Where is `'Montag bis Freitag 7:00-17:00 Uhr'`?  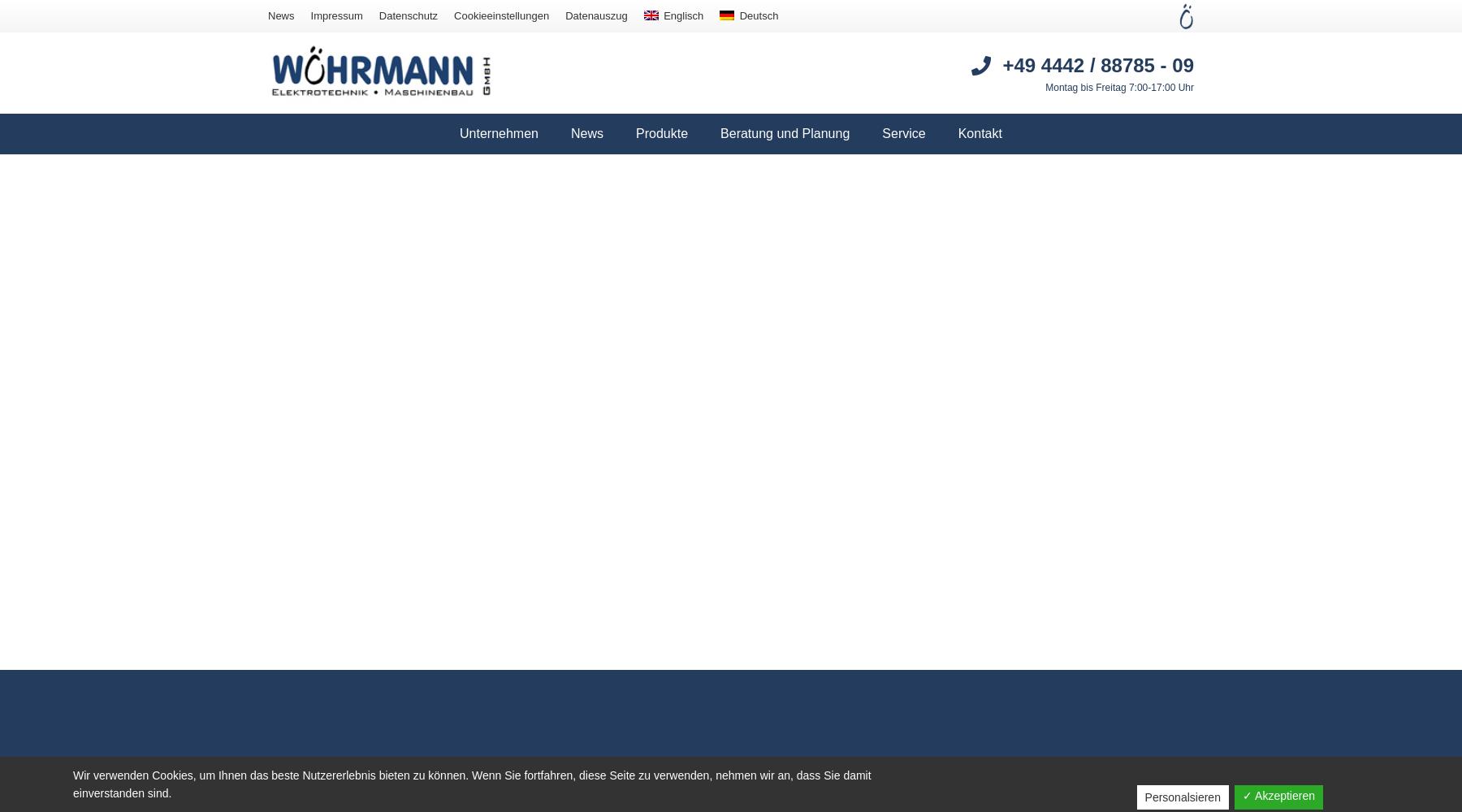
'Montag bis Freitag 7:00-17:00 Uhr' is located at coordinates (1045, 87).